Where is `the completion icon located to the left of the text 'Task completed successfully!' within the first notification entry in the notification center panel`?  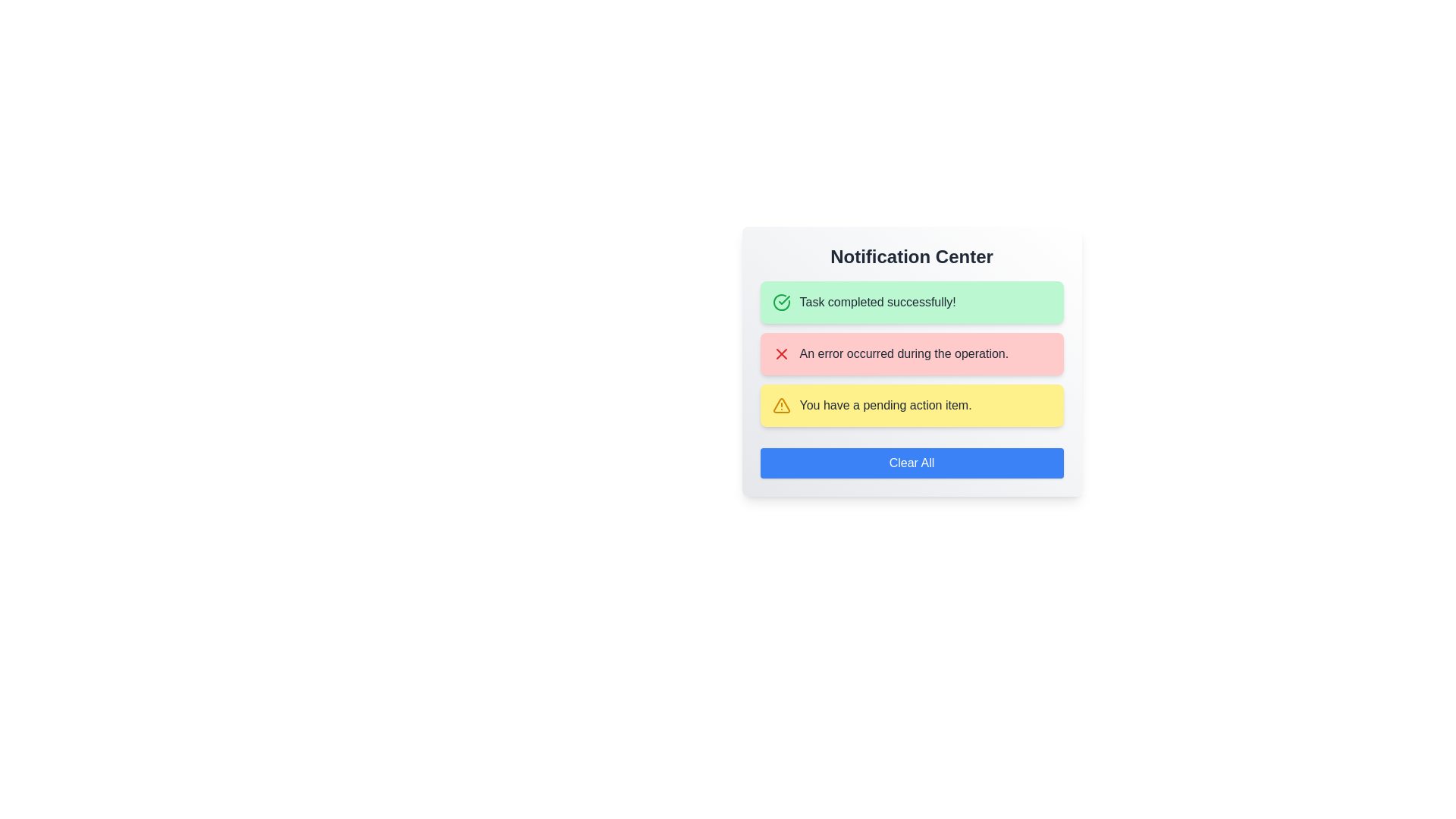 the completion icon located to the left of the text 'Task completed successfully!' within the first notification entry in the notification center panel is located at coordinates (781, 302).